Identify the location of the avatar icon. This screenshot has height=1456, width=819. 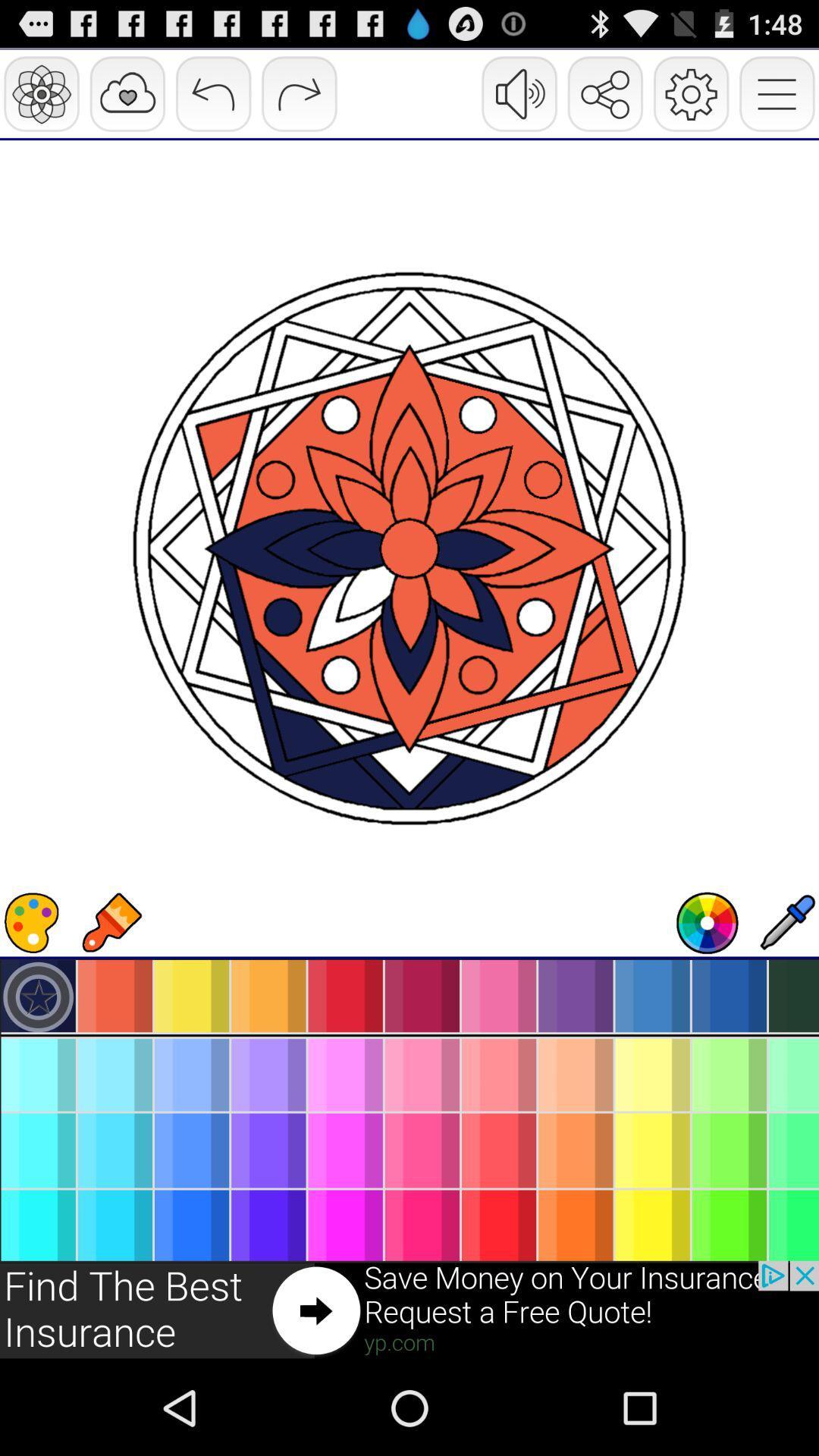
(708, 987).